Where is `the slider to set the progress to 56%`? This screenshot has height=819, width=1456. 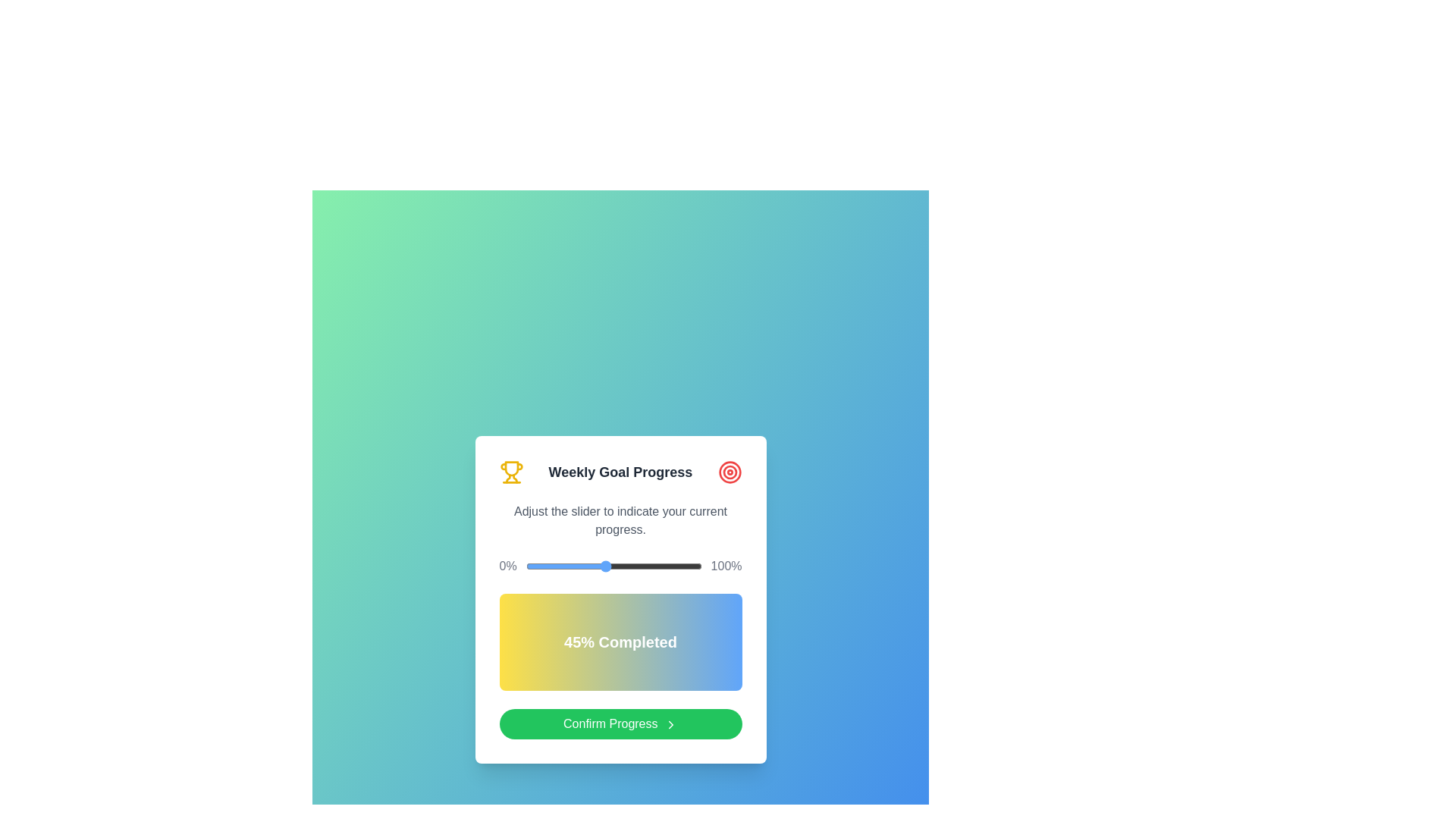 the slider to set the progress to 56% is located at coordinates (624, 566).